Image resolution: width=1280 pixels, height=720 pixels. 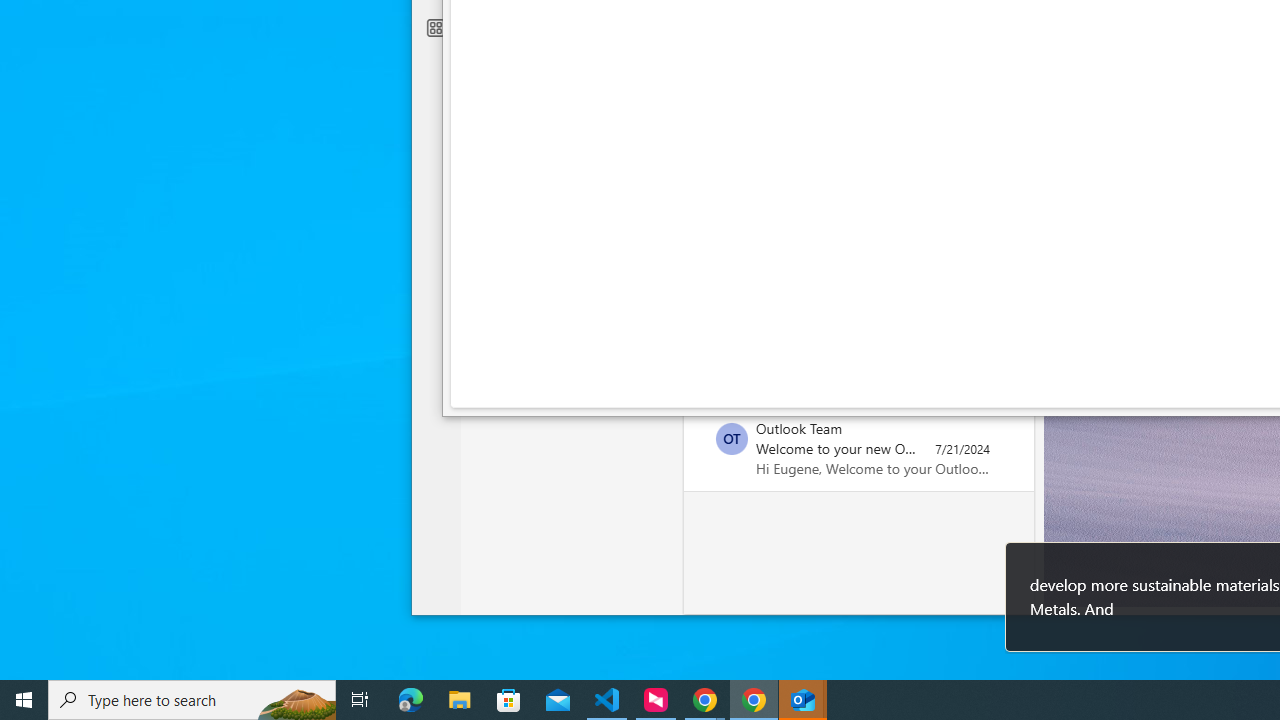 I want to click on 'Task View', so click(x=359, y=698).